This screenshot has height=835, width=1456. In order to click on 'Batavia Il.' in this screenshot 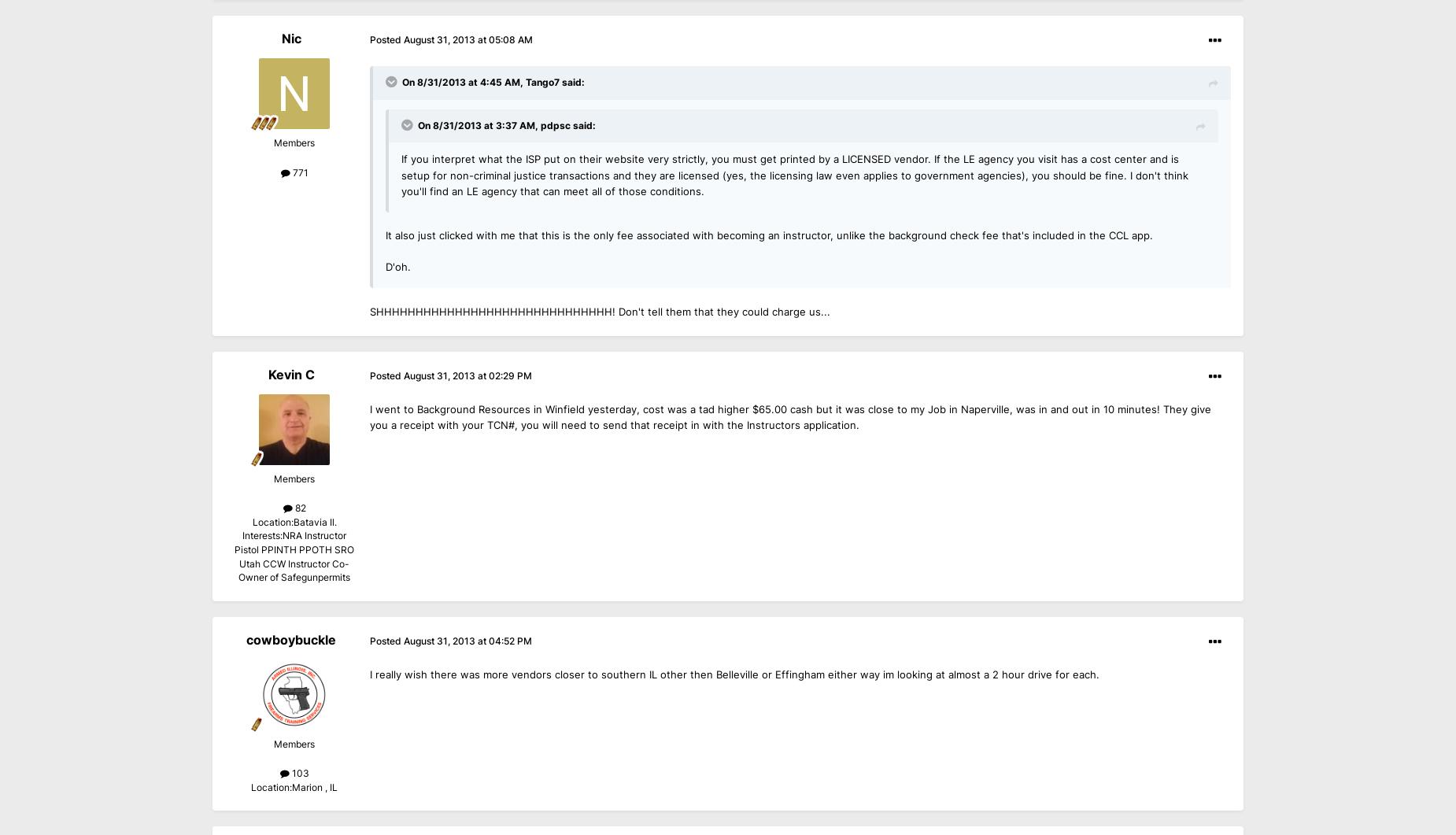, I will do `click(313, 521)`.